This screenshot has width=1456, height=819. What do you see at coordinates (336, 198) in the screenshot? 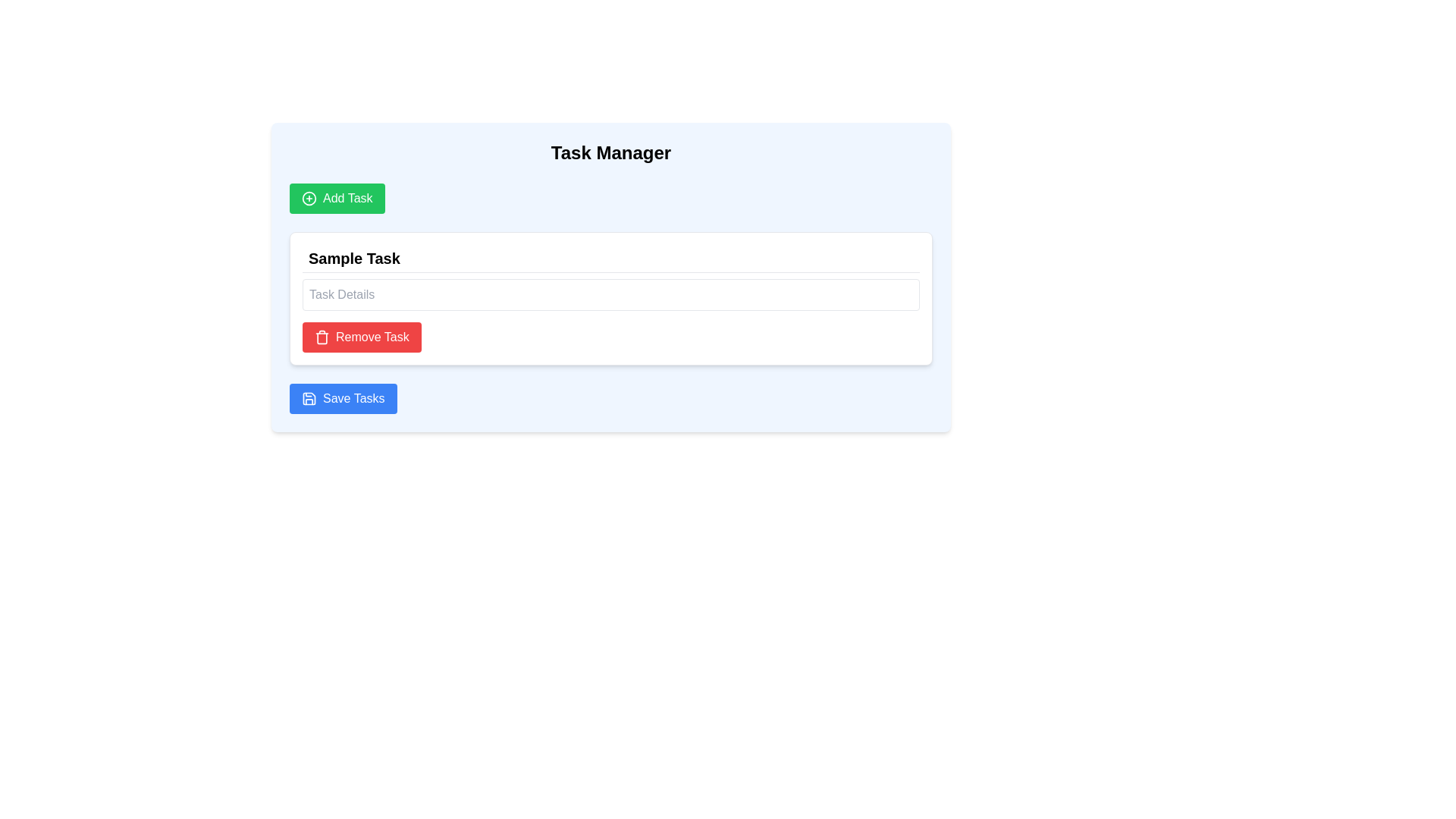
I see `the green 'Add Task' button located beneath the 'Task Manager' title` at bounding box center [336, 198].